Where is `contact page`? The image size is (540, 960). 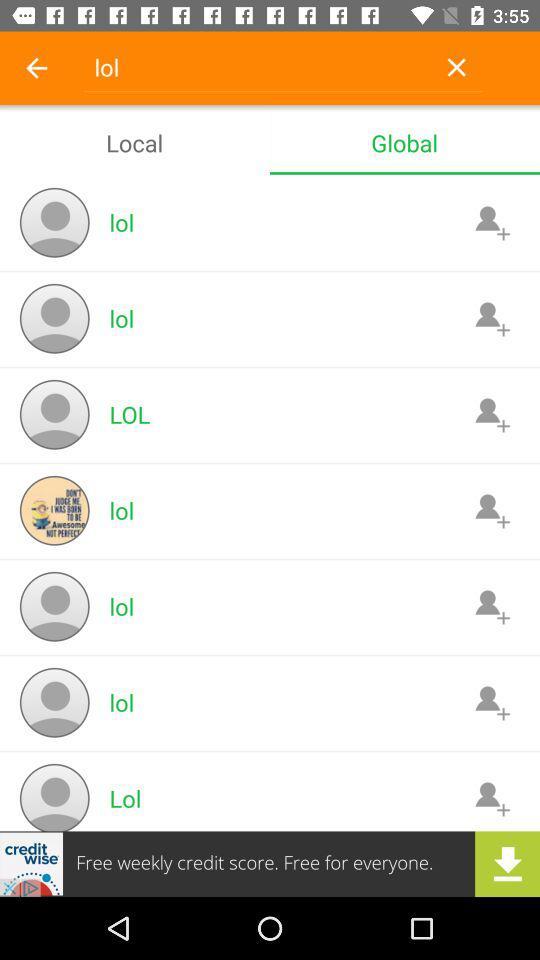 contact page is located at coordinates (491, 798).